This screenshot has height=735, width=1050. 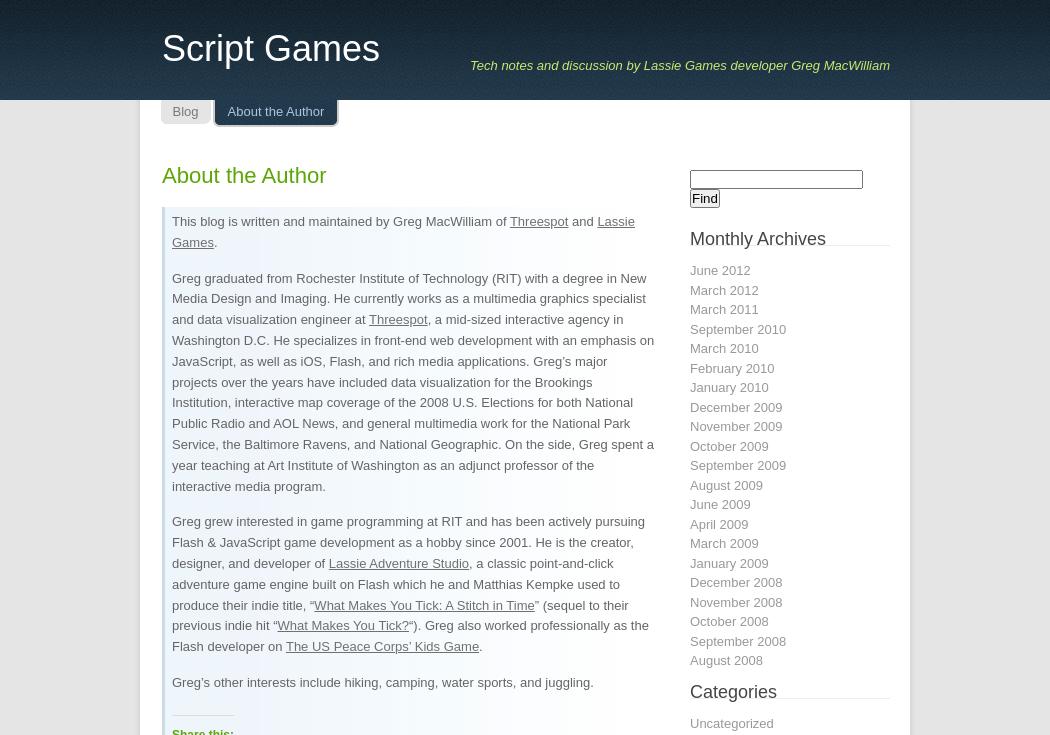 What do you see at coordinates (735, 406) in the screenshot?
I see `'December 2009'` at bounding box center [735, 406].